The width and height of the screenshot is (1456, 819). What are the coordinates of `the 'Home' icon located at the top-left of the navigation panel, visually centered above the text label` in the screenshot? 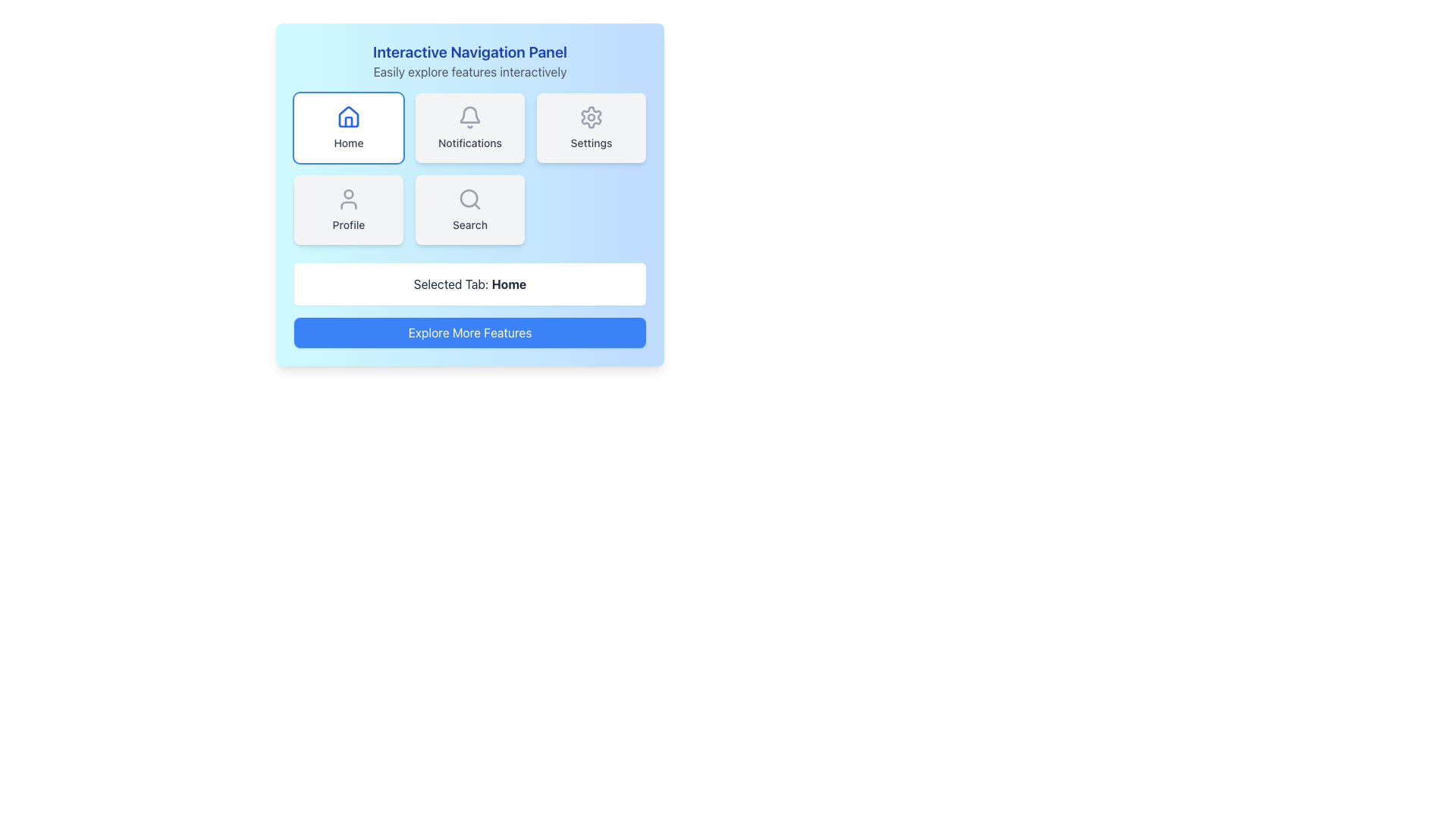 It's located at (348, 116).